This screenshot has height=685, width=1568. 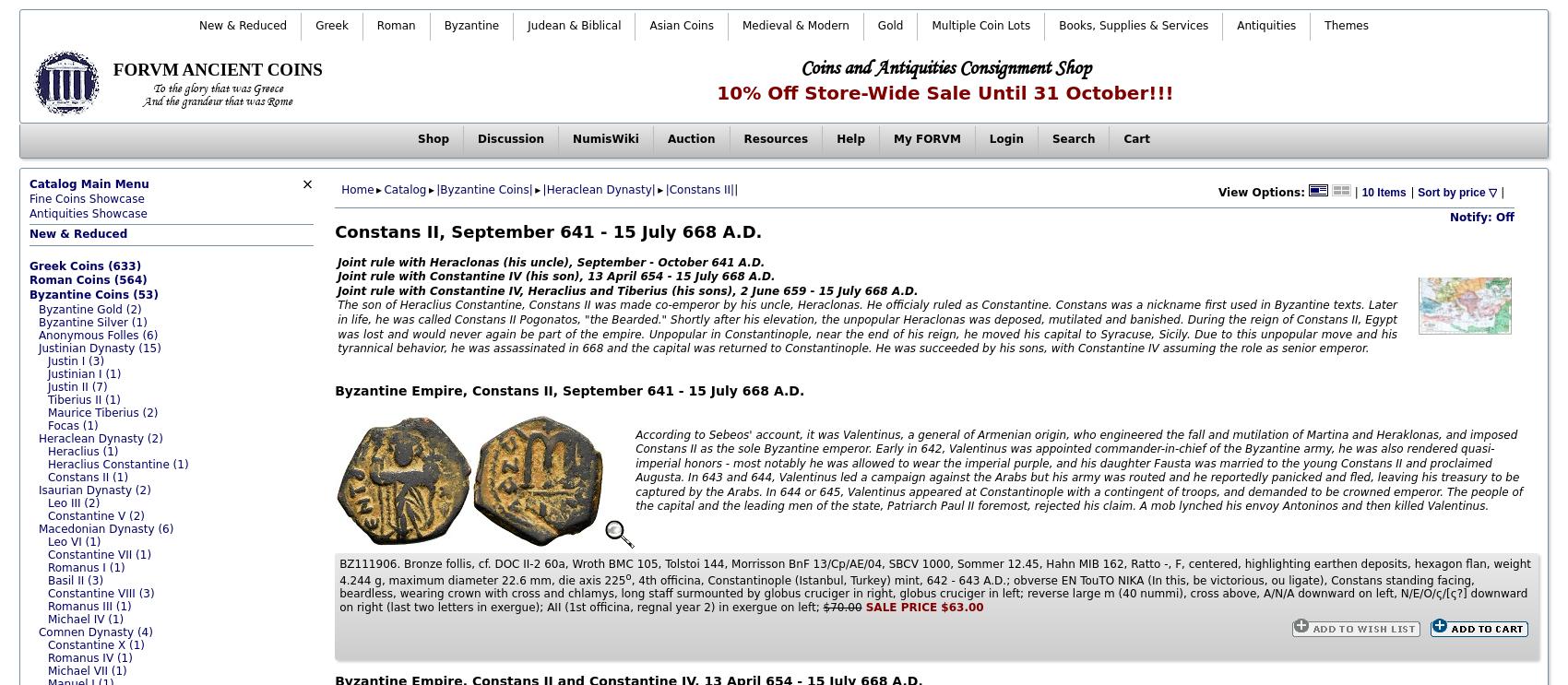 I want to click on 'Joint rule with Heraclonas (his uncle), September - October 641 A.D.', so click(x=550, y=260).